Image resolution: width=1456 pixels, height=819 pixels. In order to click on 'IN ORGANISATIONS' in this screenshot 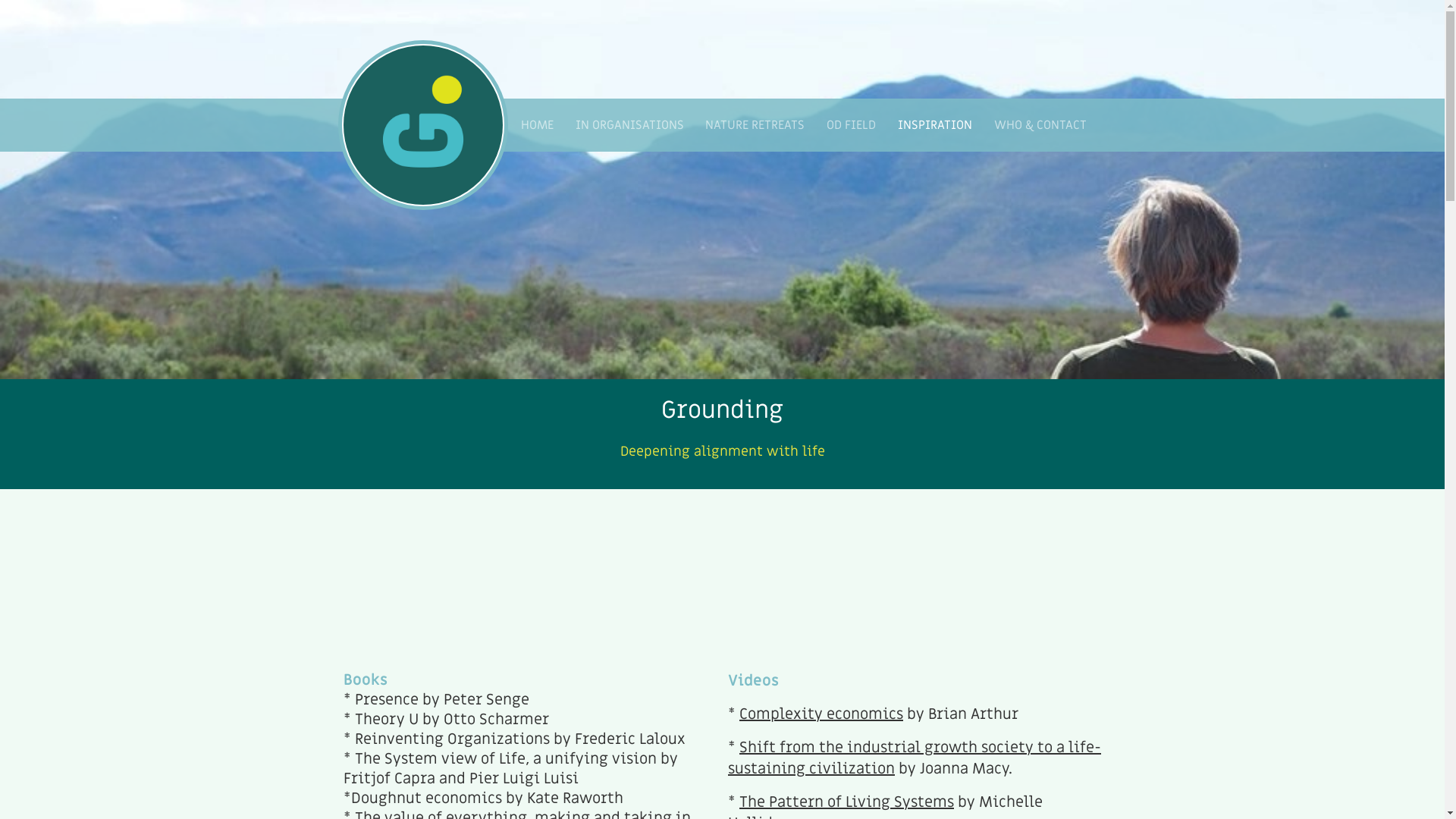, I will do `click(629, 124)`.